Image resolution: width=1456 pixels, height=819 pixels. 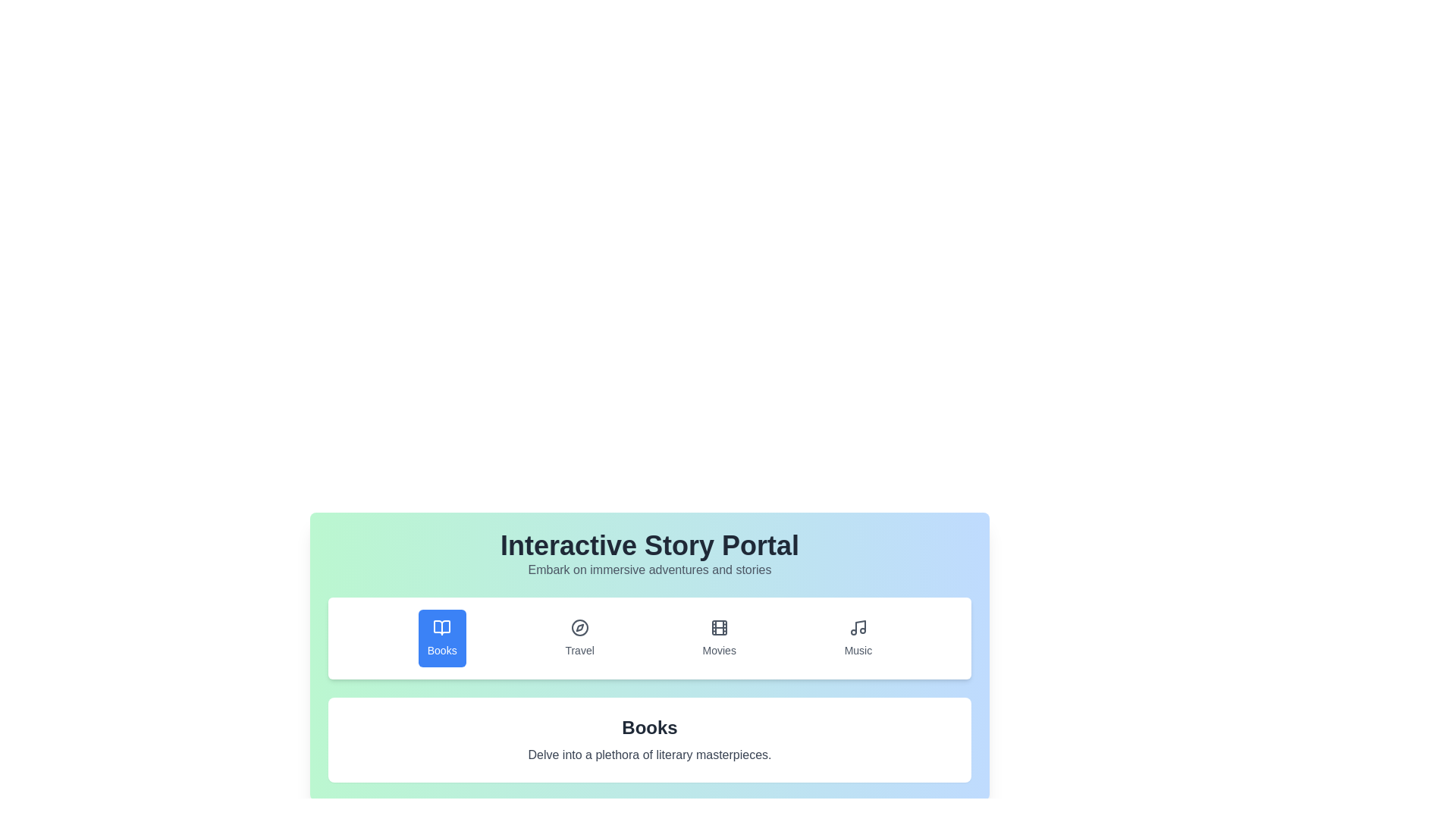 What do you see at coordinates (858, 628) in the screenshot?
I see `the SVG musical note icon, which visually represents the 'Music' button located on the rightmost side of the options under the 'Interactive Story Portal' header` at bounding box center [858, 628].